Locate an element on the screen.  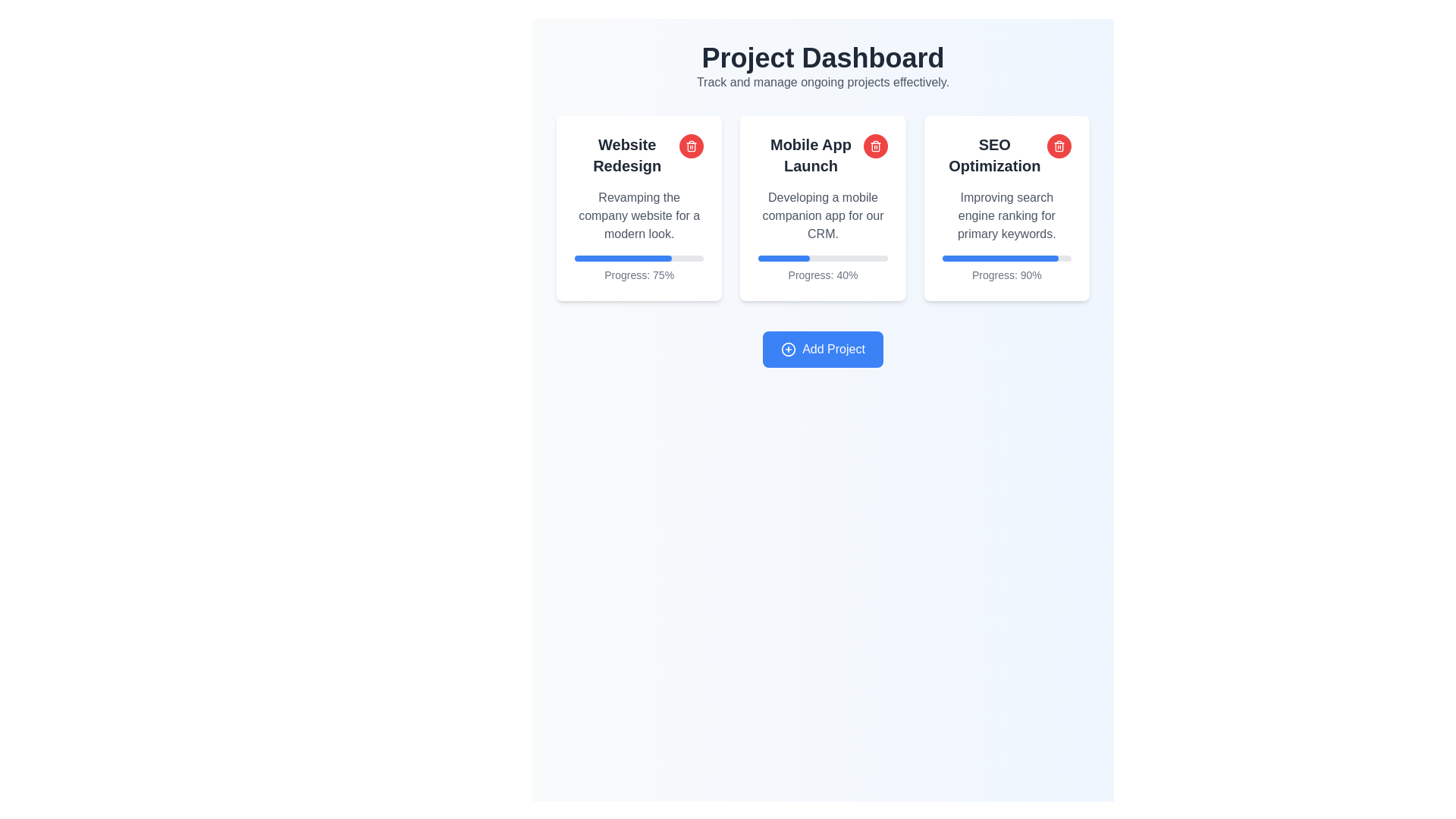
the bold, black text label 'Website Redesign' located at the top-left of the white card is located at coordinates (639, 155).